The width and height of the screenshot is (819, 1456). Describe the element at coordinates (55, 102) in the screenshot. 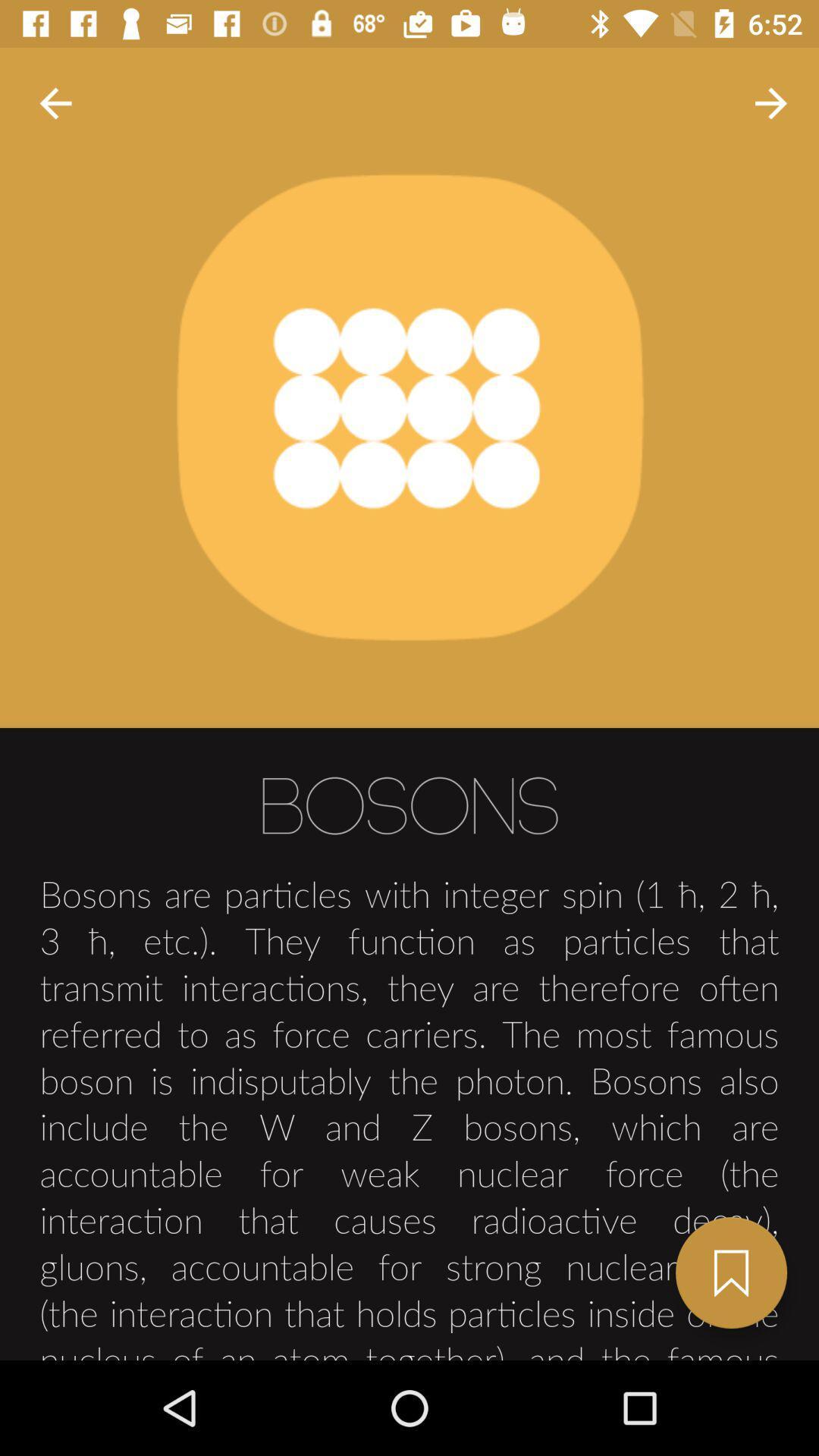

I see `previous` at that location.